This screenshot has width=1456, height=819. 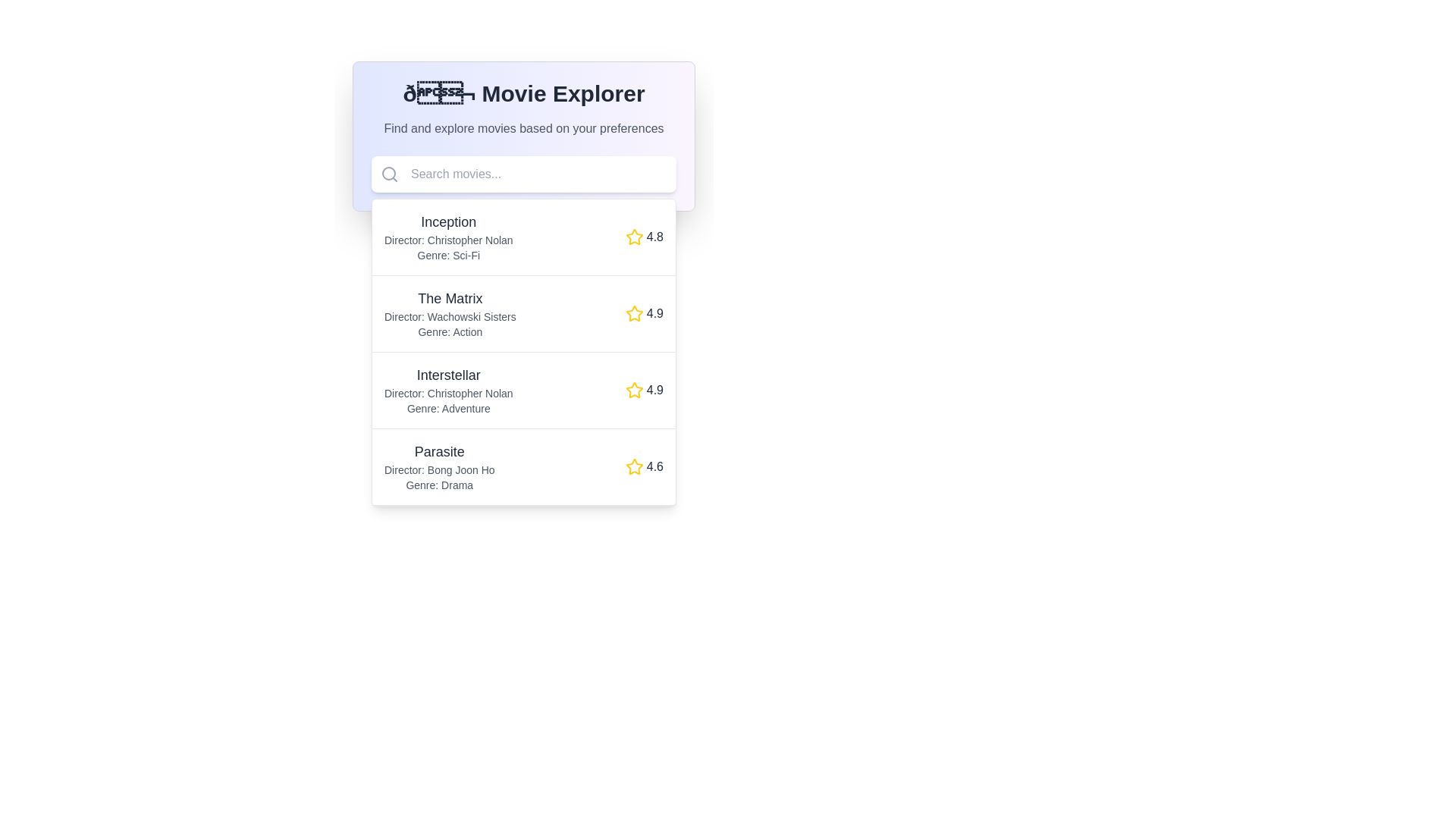 I want to click on the yellow outlined star icon for rating purposes located next to the rating number (4.8) under the 'Inception' movie entry, so click(x=634, y=237).